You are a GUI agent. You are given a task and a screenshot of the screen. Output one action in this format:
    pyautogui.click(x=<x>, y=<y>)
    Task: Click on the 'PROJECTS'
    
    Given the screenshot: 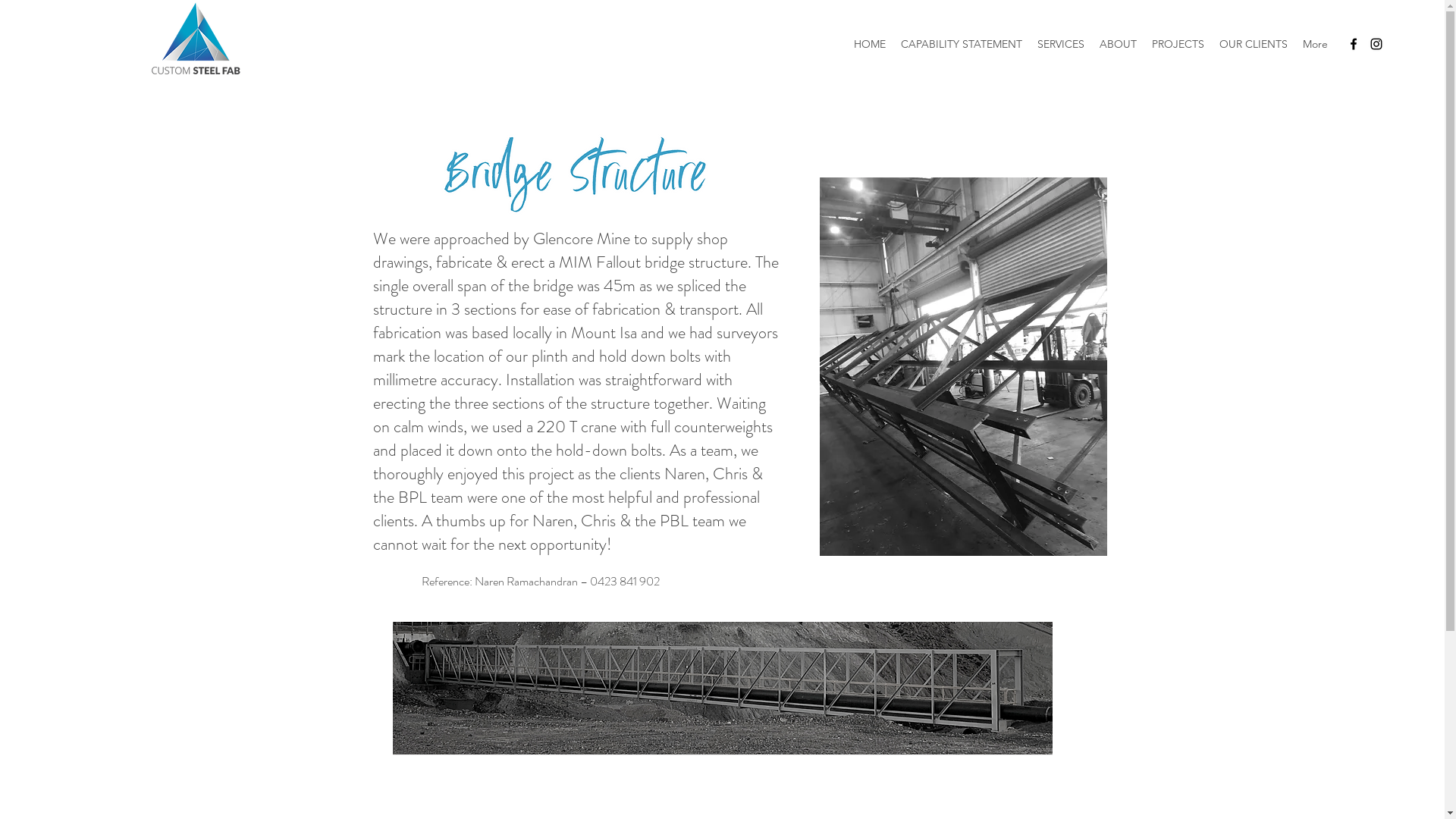 What is the action you would take?
    pyautogui.click(x=1177, y=42)
    